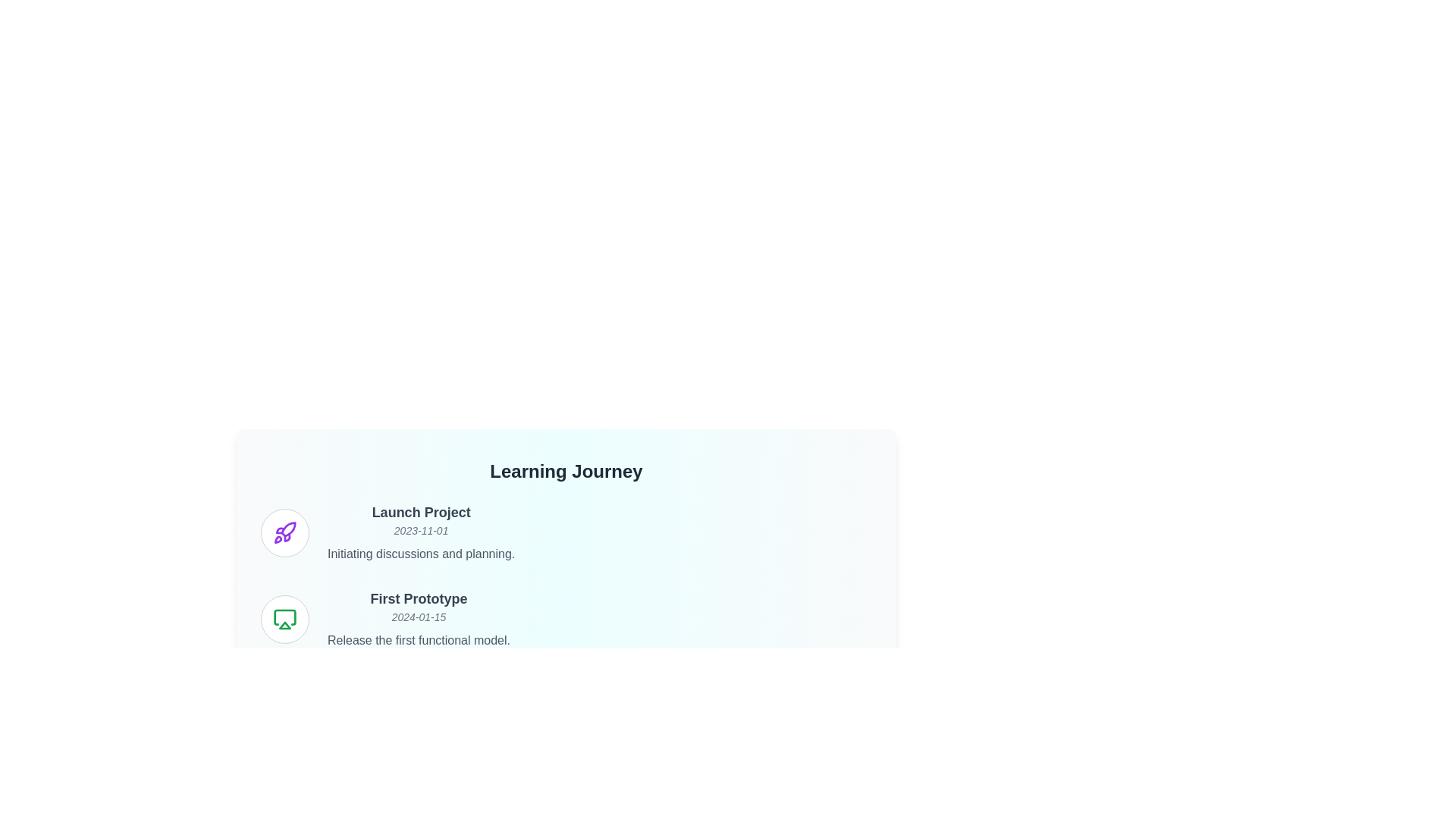  What do you see at coordinates (419, 620) in the screenshot?
I see `the label element displaying the title 'First Prototype', which includes the date '2024-01-15' and the description 'Release the first functional model.'` at bounding box center [419, 620].